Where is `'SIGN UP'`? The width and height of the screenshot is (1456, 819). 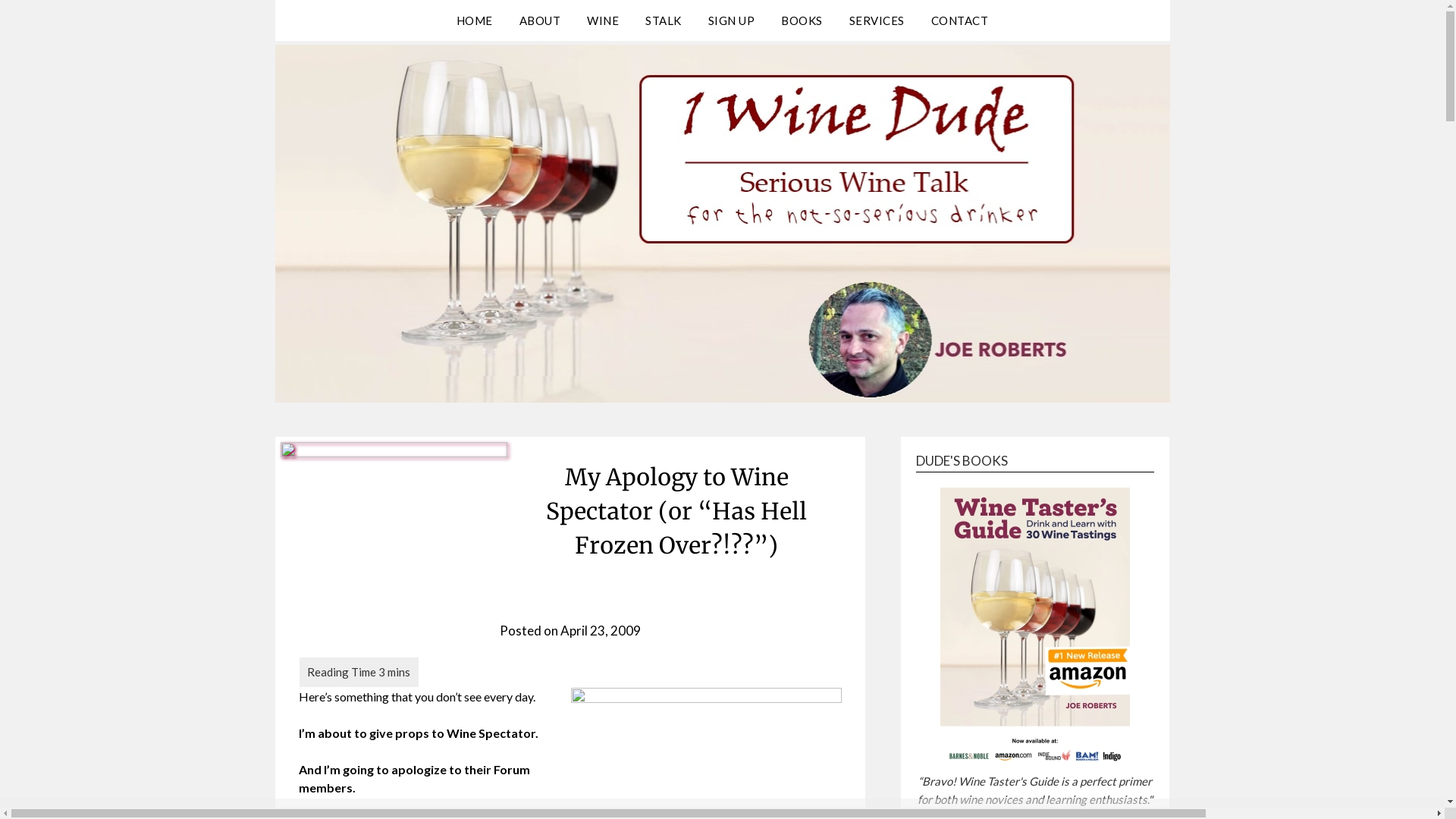 'SIGN UP' is located at coordinates (695, 20).